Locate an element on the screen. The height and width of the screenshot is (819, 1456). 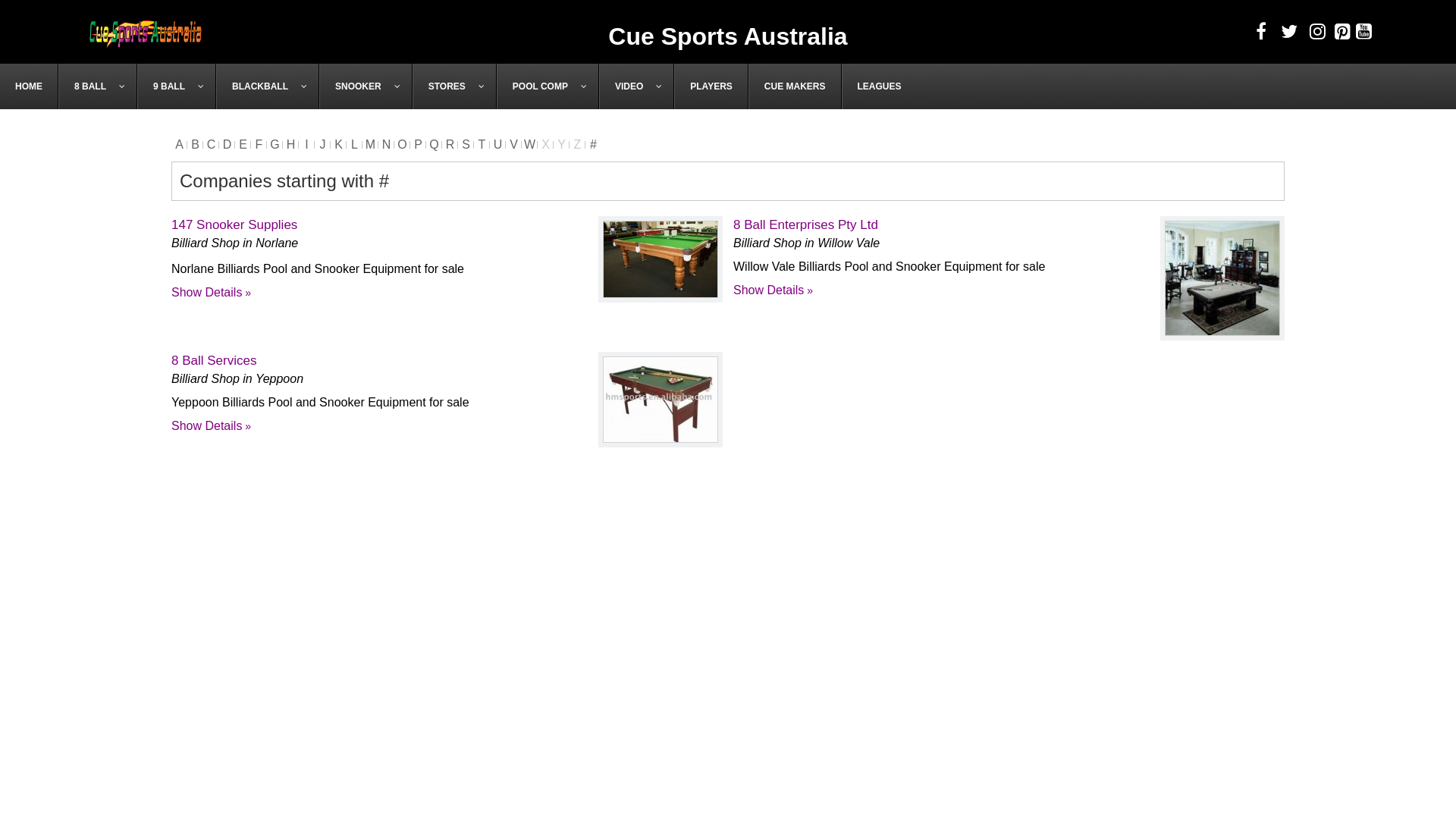
'R' is located at coordinates (449, 144).